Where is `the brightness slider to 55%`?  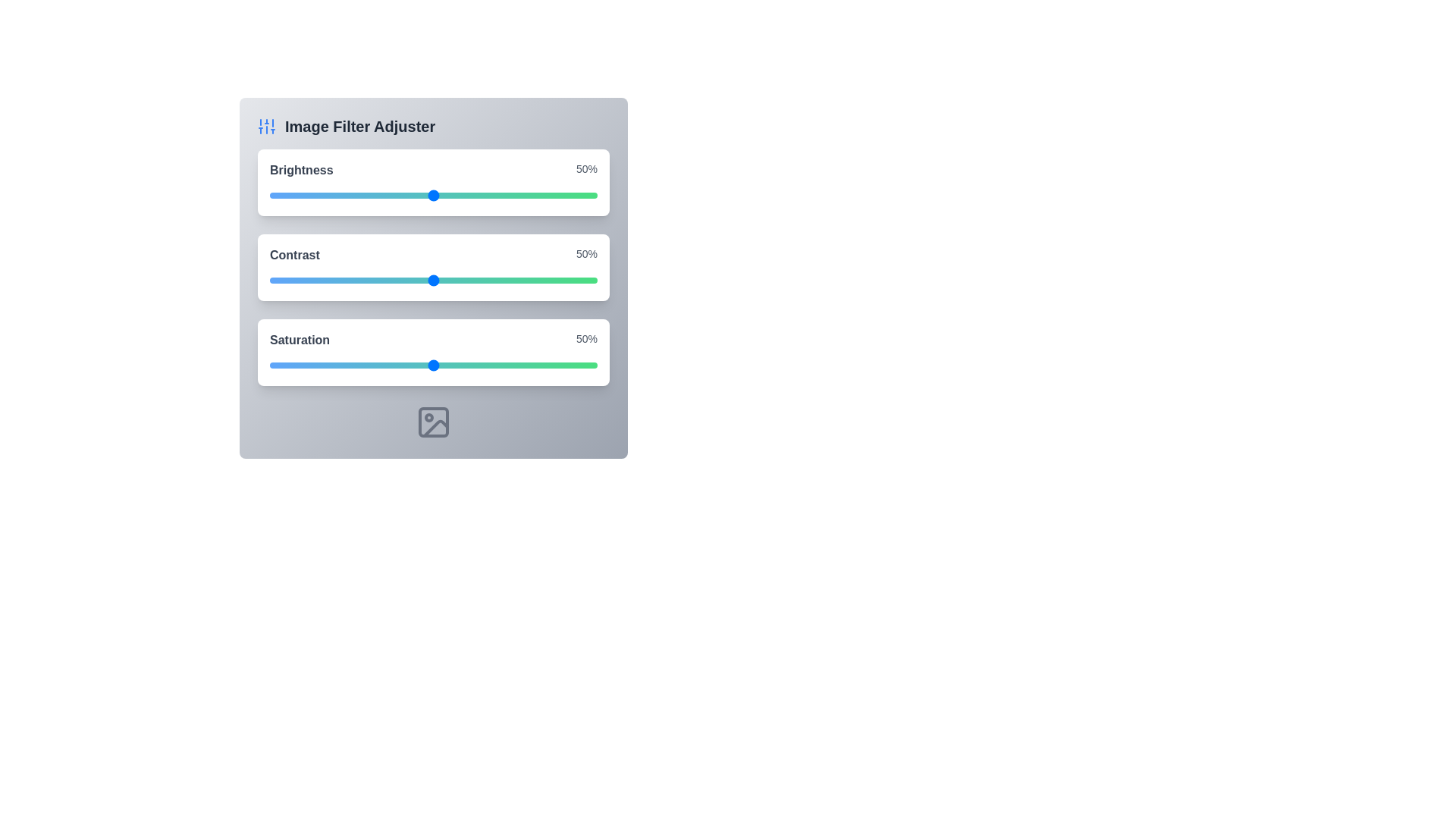
the brightness slider to 55% is located at coordinates (449, 195).